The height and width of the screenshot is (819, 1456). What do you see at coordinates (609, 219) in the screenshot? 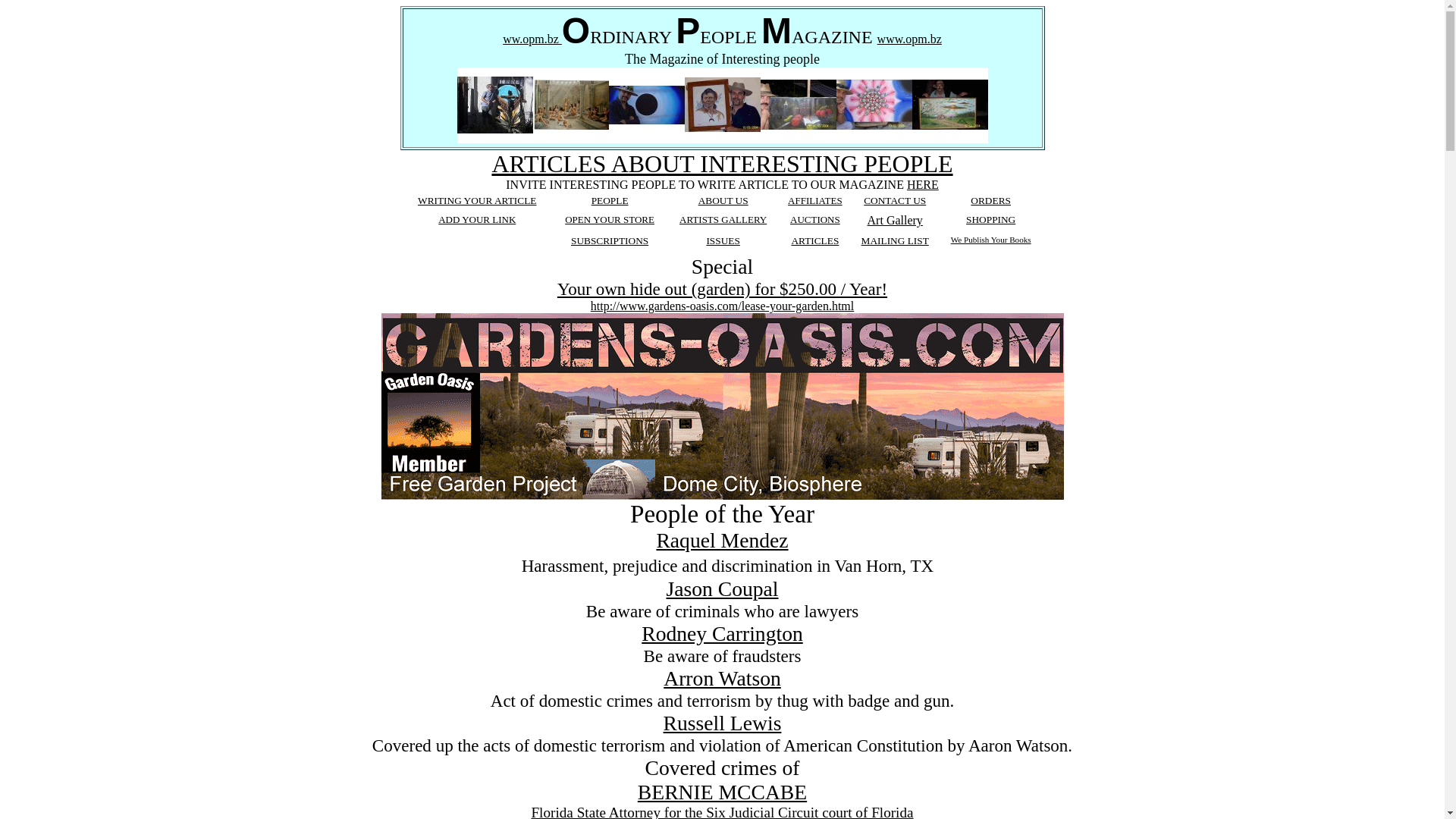
I see `'OPEN YOUR STORE'` at bounding box center [609, 219].